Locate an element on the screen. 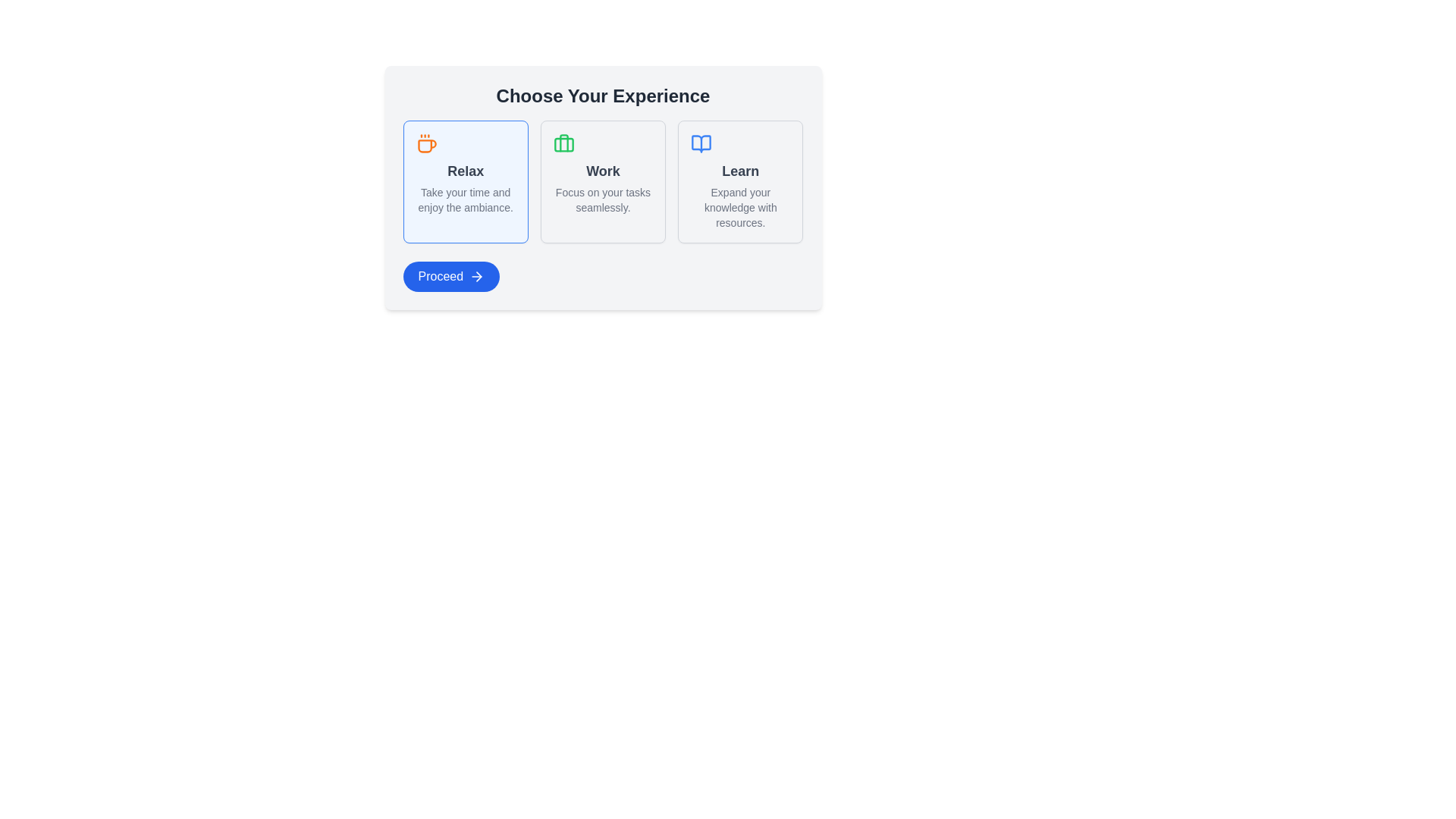 This screenshot has height=819, width=1456. the descriptive text label located below the 'Learn' heading within the 'Learn' card, which is the third card in a horizontal arrangement of three cards is located at coordinates (740, 207).